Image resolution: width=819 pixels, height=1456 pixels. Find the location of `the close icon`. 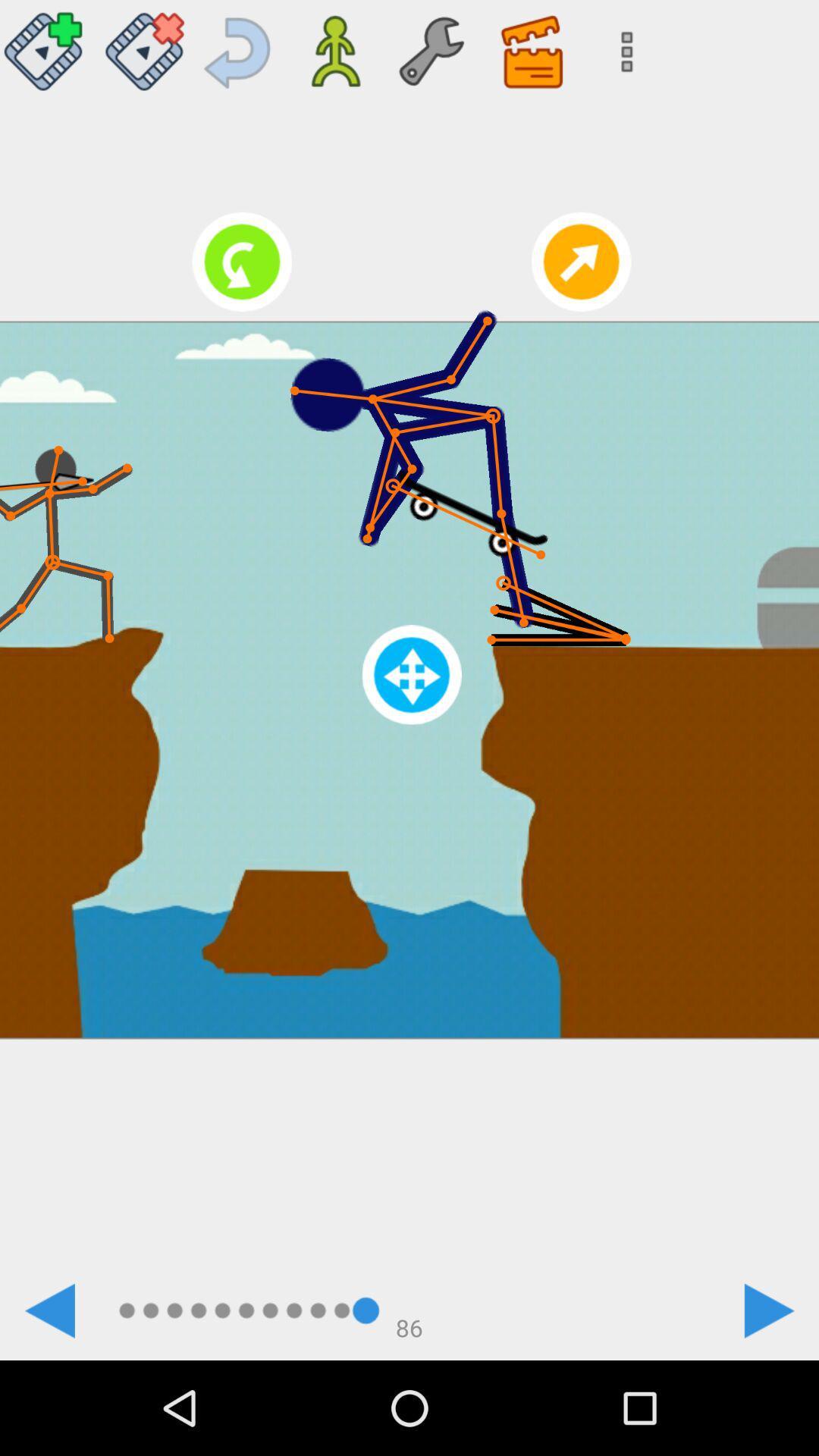

the close icon is located at coordinates (144, 45).